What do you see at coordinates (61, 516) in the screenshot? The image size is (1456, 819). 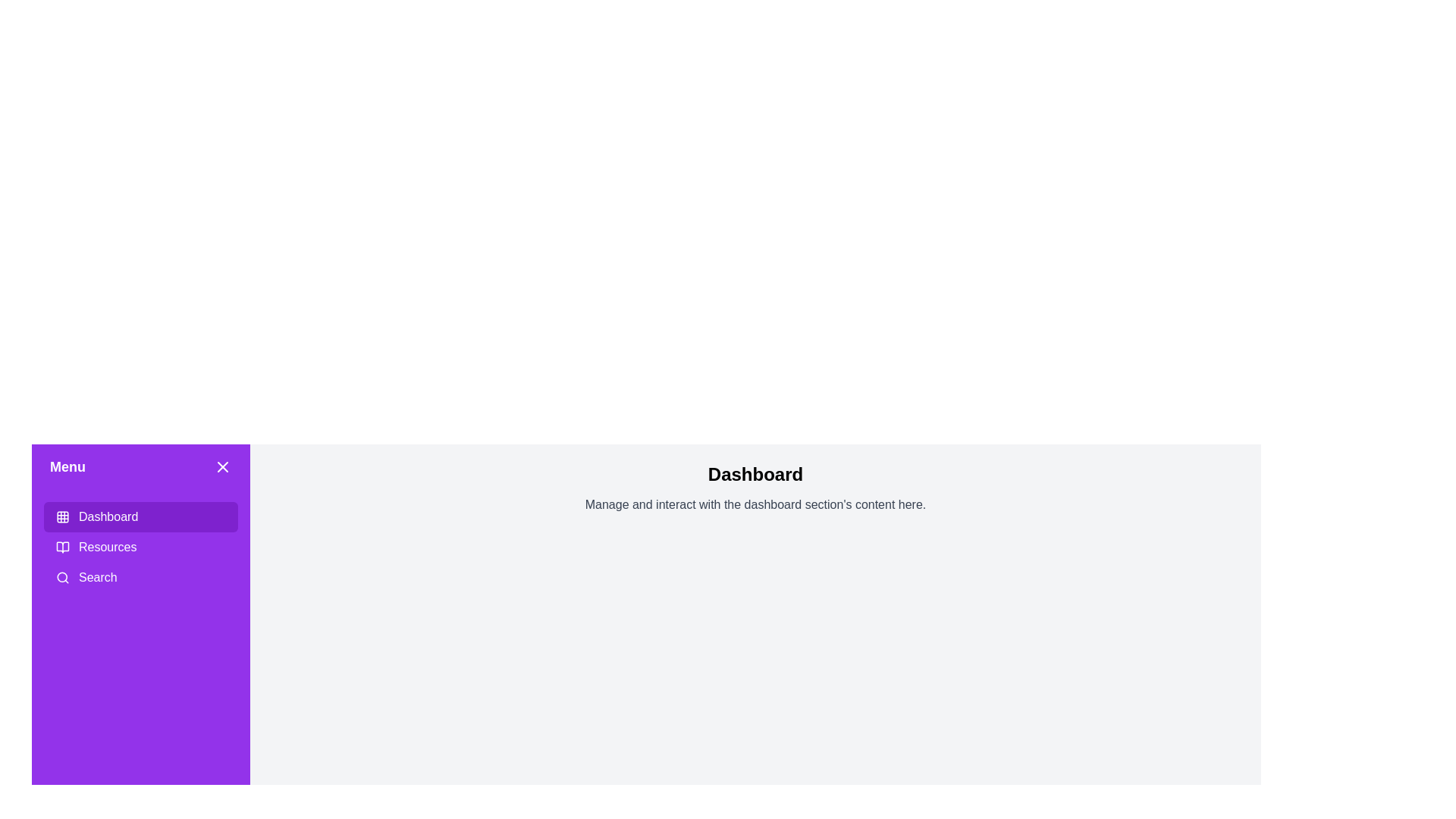 I see `the decorative visual element that represents the top-left corner square of the 3x3 grid icon in the sidebar menu, positioned left of the 'Dashboard' text` at bounding box center [61, 516].